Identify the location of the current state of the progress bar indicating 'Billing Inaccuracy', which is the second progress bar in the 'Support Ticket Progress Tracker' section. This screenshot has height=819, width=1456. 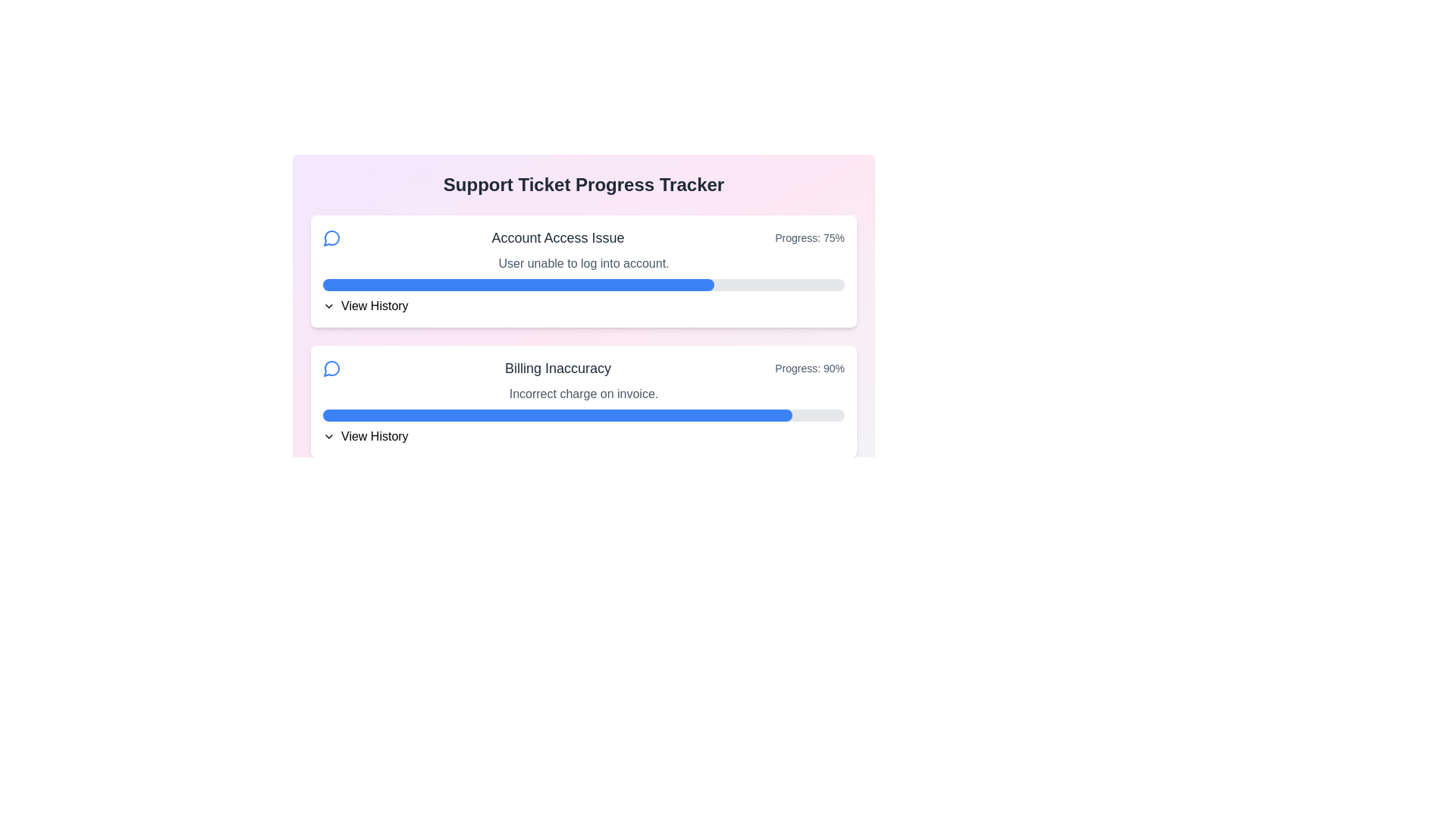
(582, 415).